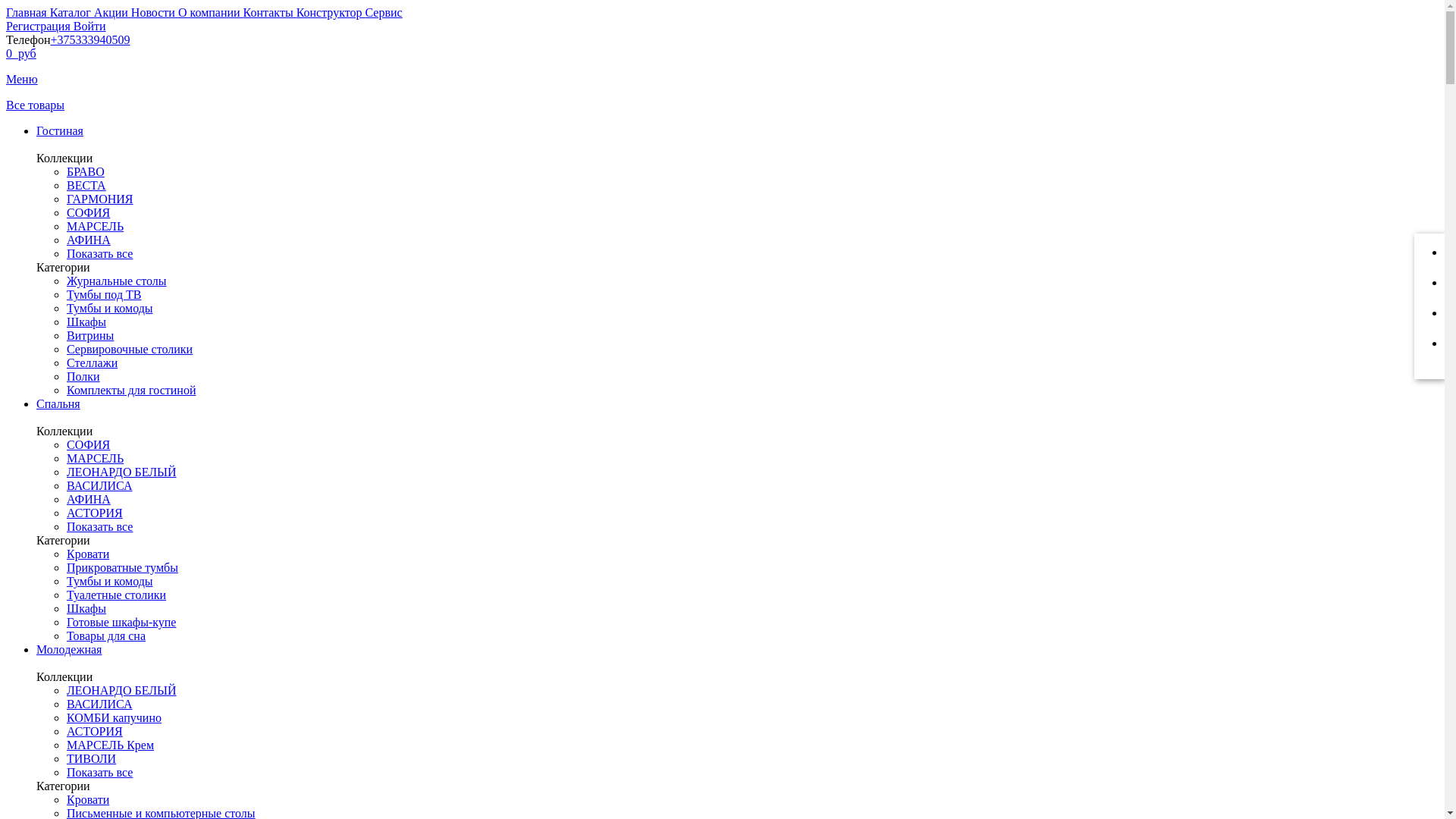  What do you see at coordinates (89, 39) in the screenshot?
I see `'+375333940509'` at bounding box center [89, 39].